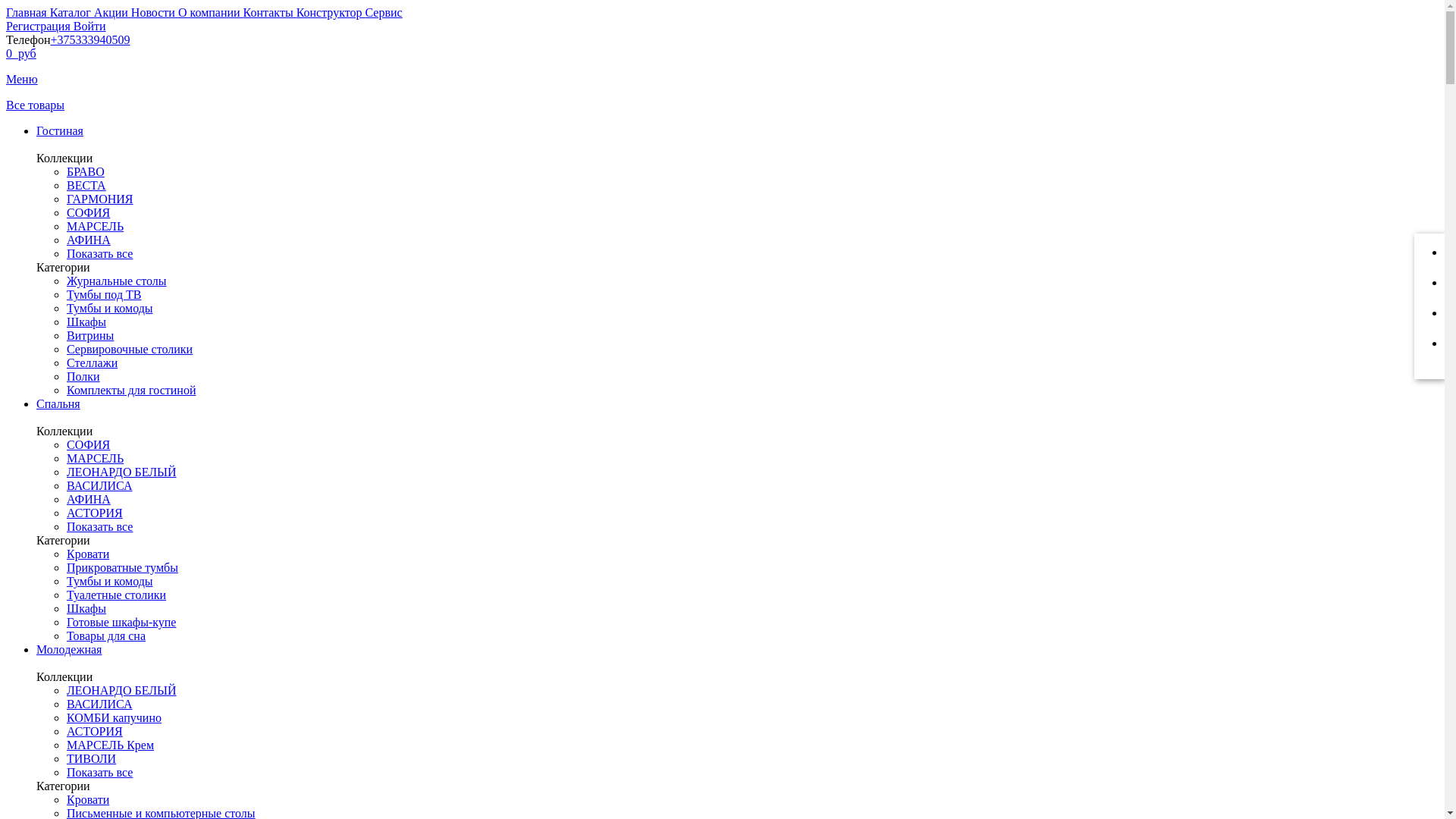  What do you see at coordinates (89, 39) in the screenshot?
I see `'+375333940509'` at bounding box center [89, 39].